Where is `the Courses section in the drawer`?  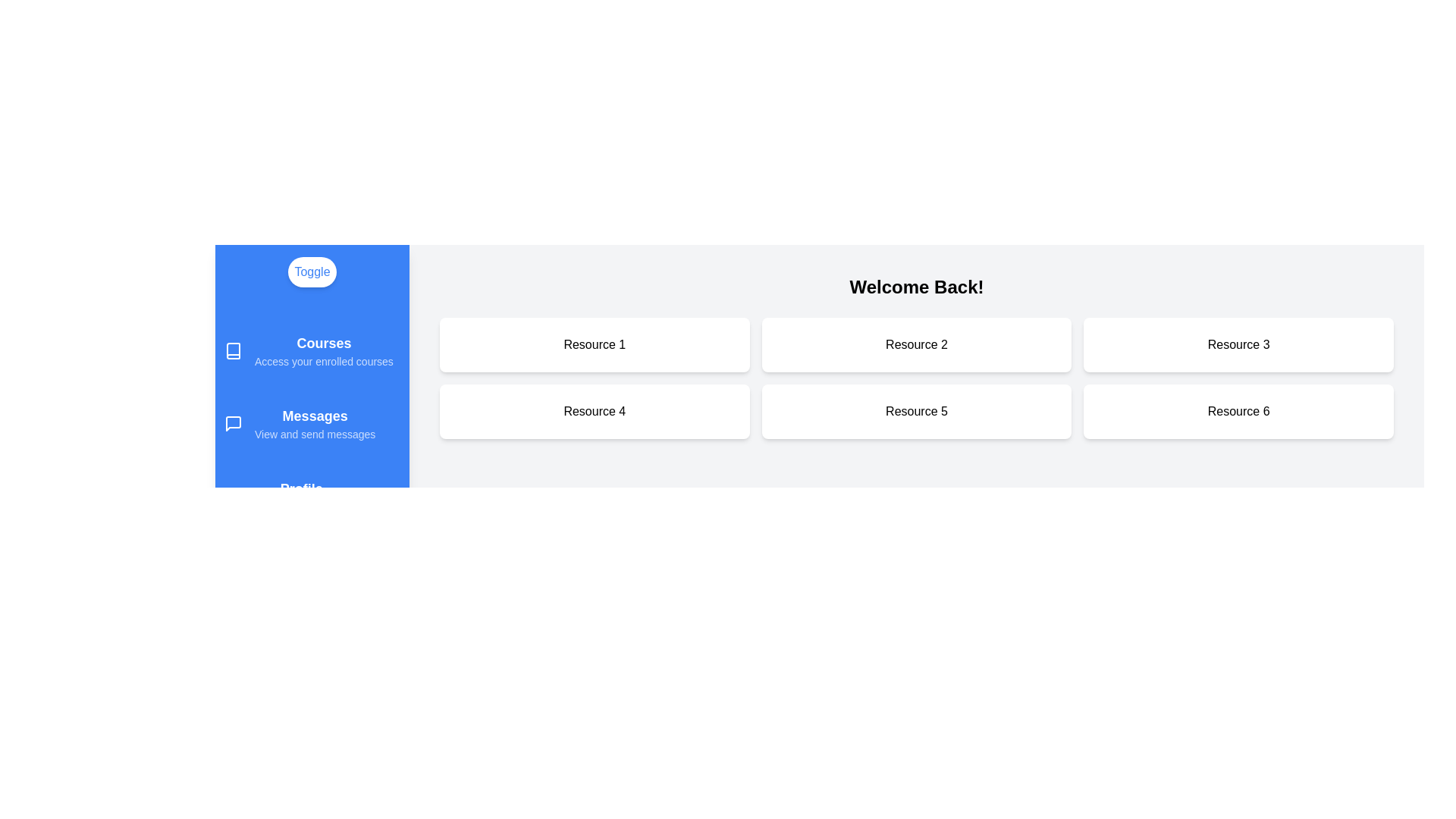
the Courses section in the drawer is located at coordinates (312, 350).